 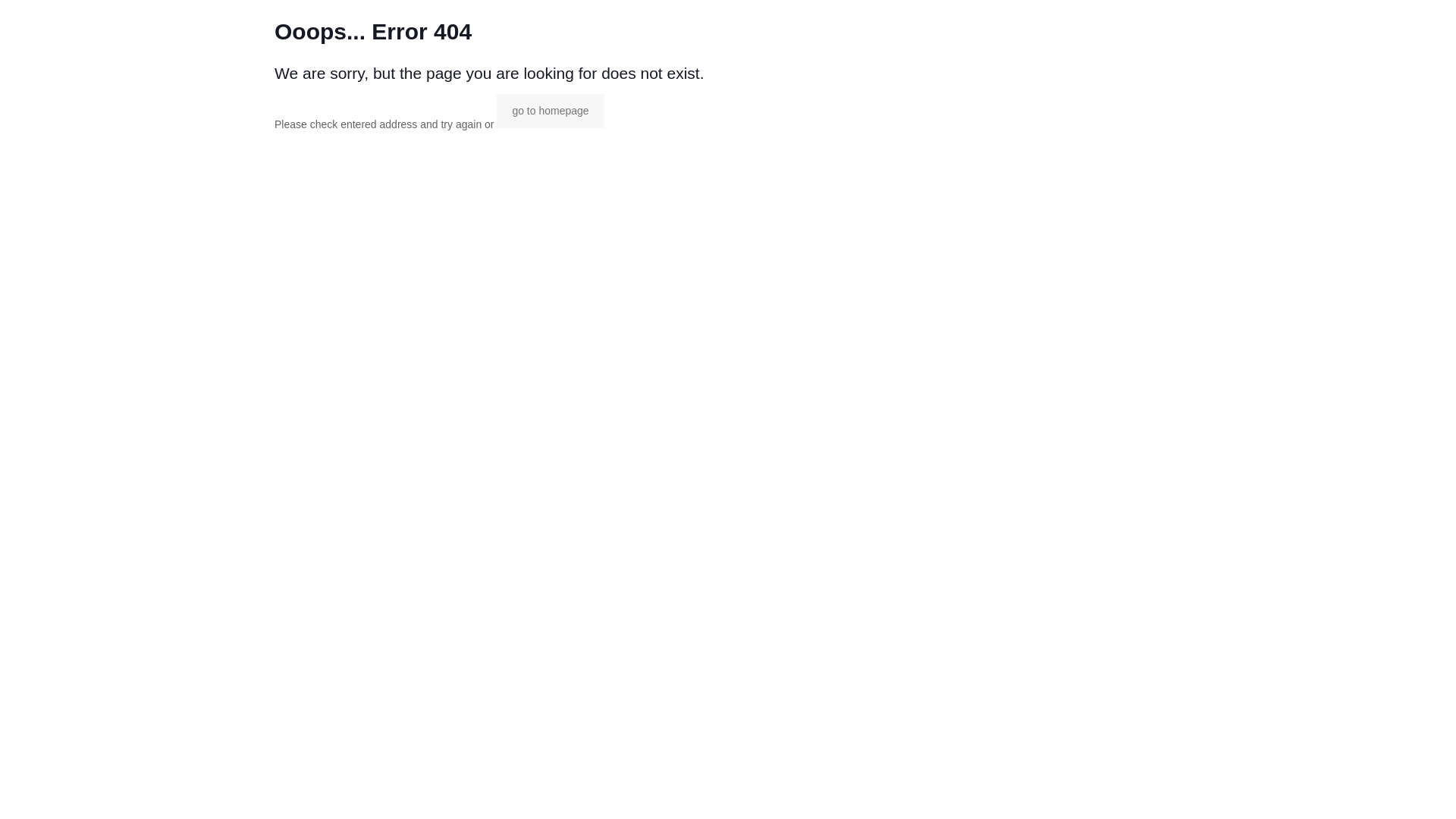 I want to click on 'go to homepage', so click(x=549, y=110).